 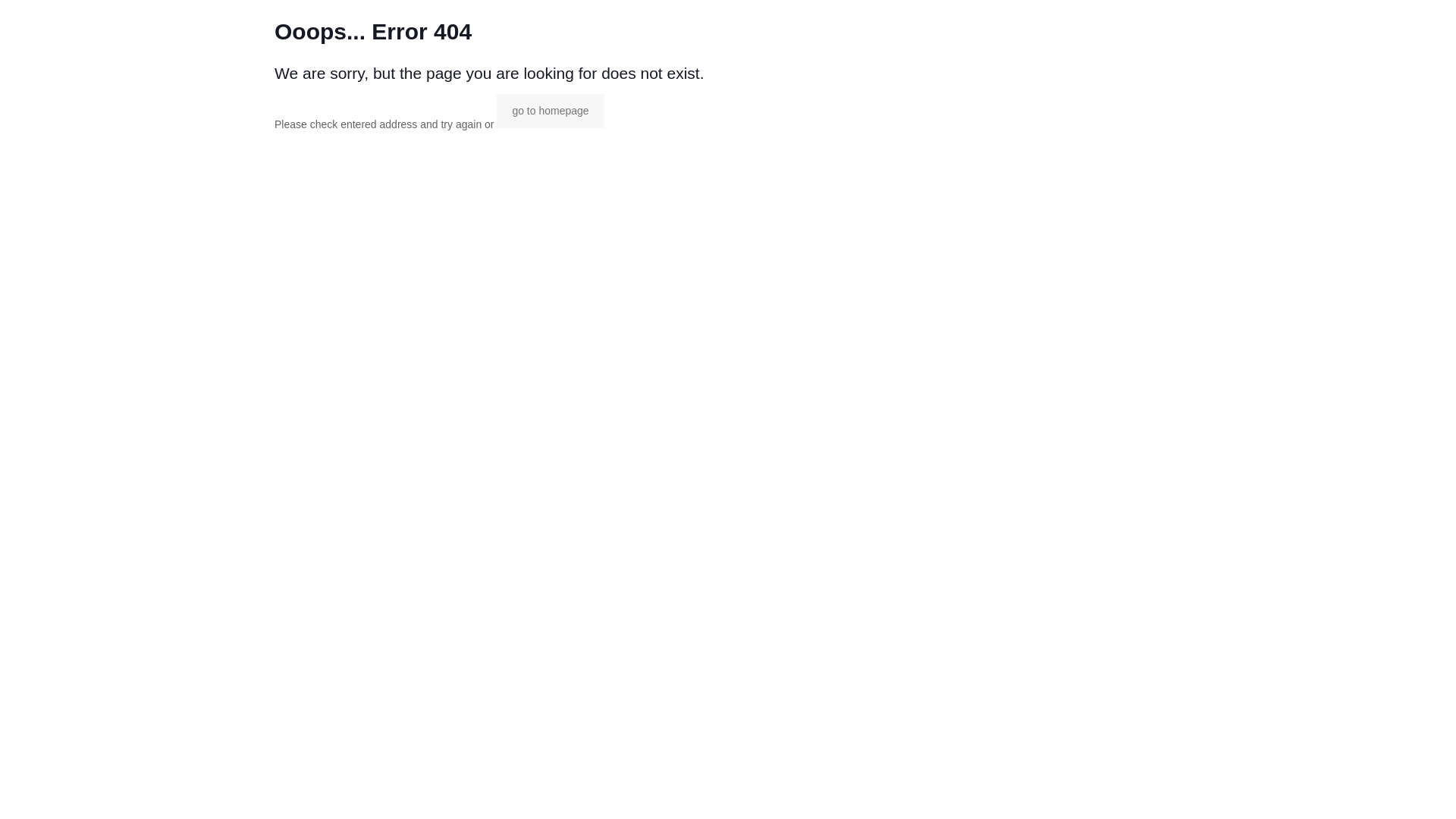 I want to click on 'go to homepage', so click(x=549, y=110).